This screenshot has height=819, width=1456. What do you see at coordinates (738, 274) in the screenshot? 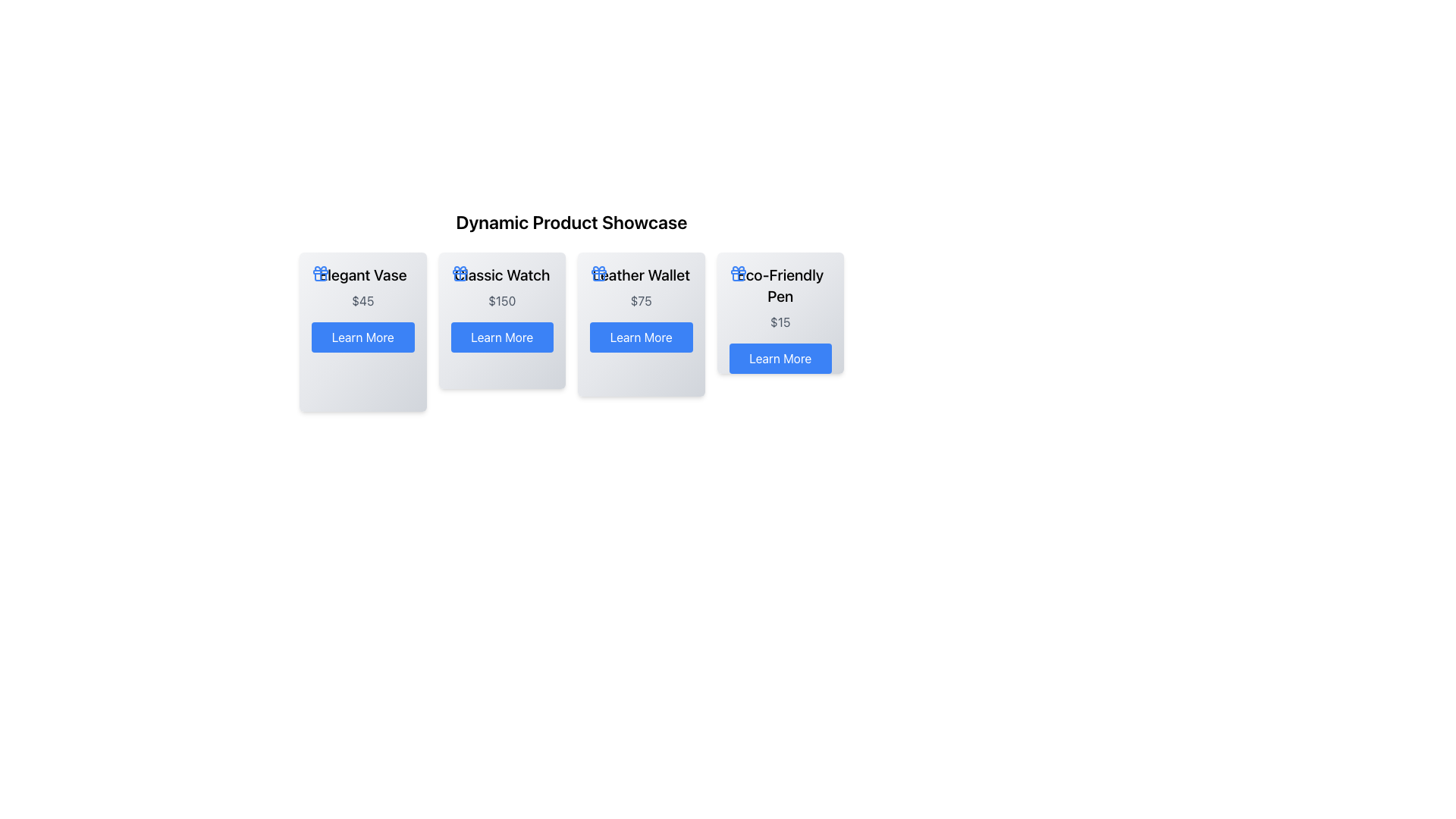
I see `the Decorative Icon resembling a gift box, which is blue in color and located at the top-left corner of the Eco-Friendly Pen product card` at bounding box center [738, 274].